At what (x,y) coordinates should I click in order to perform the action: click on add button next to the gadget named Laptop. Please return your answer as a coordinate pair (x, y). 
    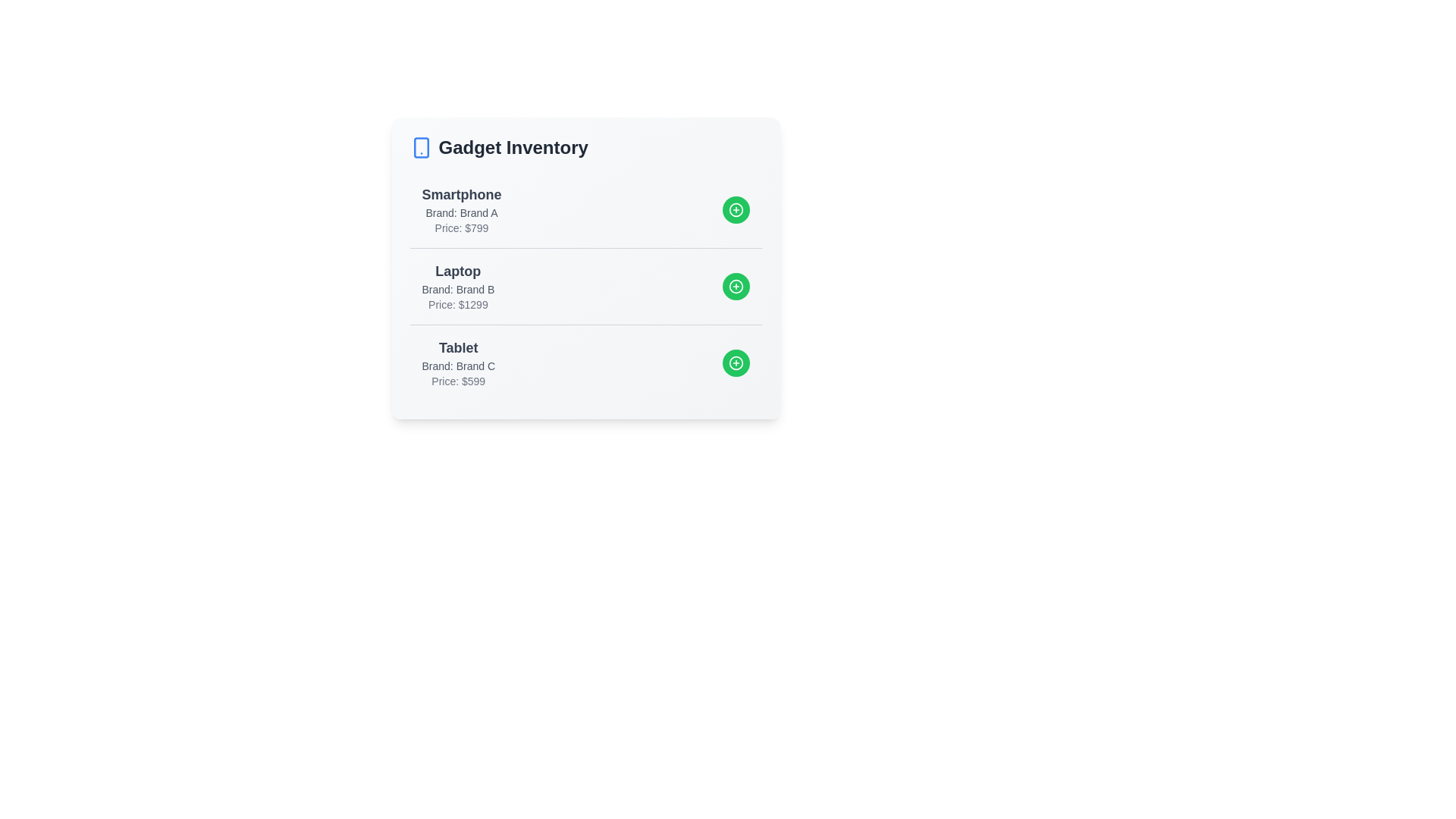
    Looking at the image, I should click on (736, 287).